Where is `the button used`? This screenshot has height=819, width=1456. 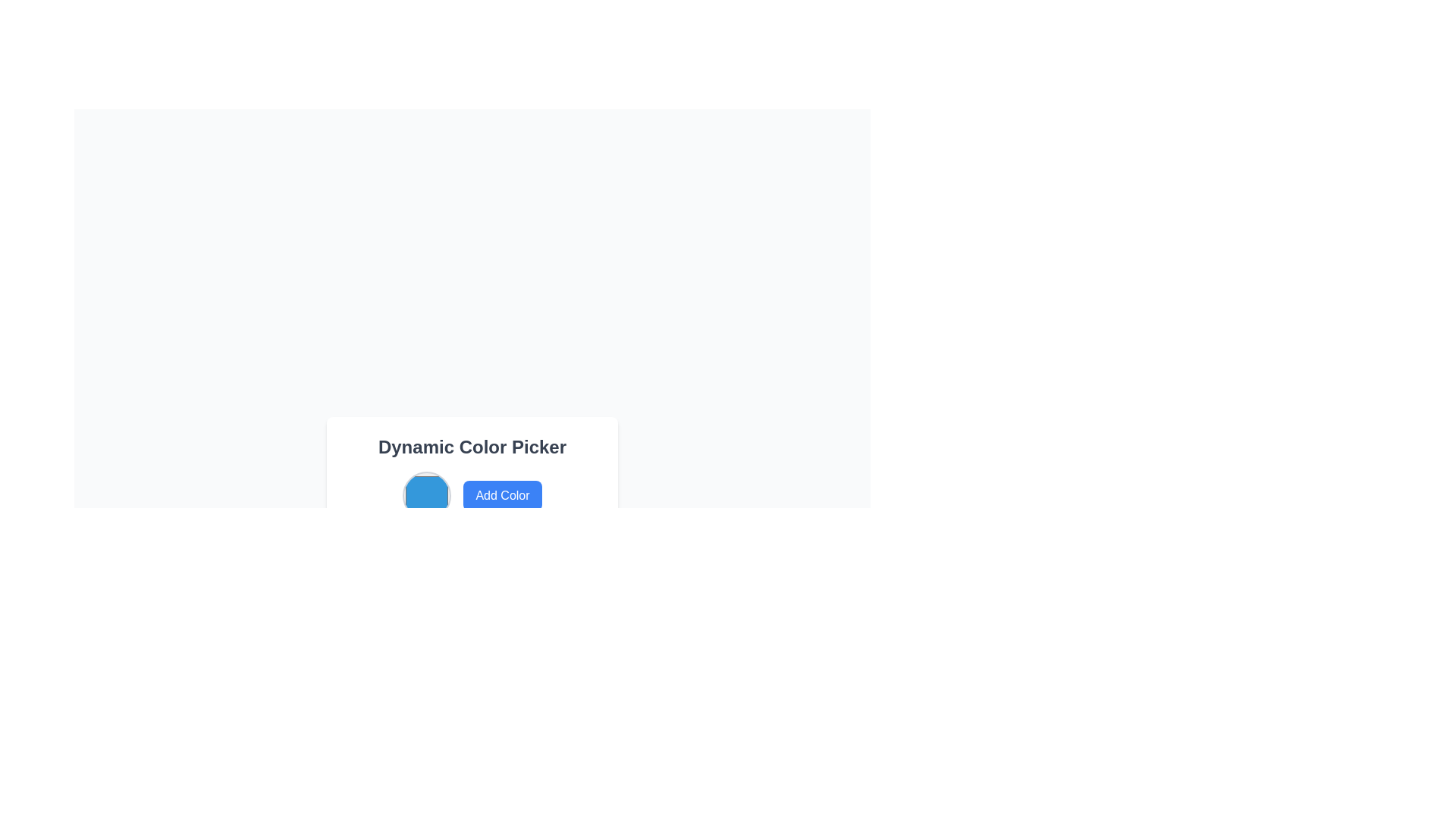 the button used is located at coordinates (502, 496).